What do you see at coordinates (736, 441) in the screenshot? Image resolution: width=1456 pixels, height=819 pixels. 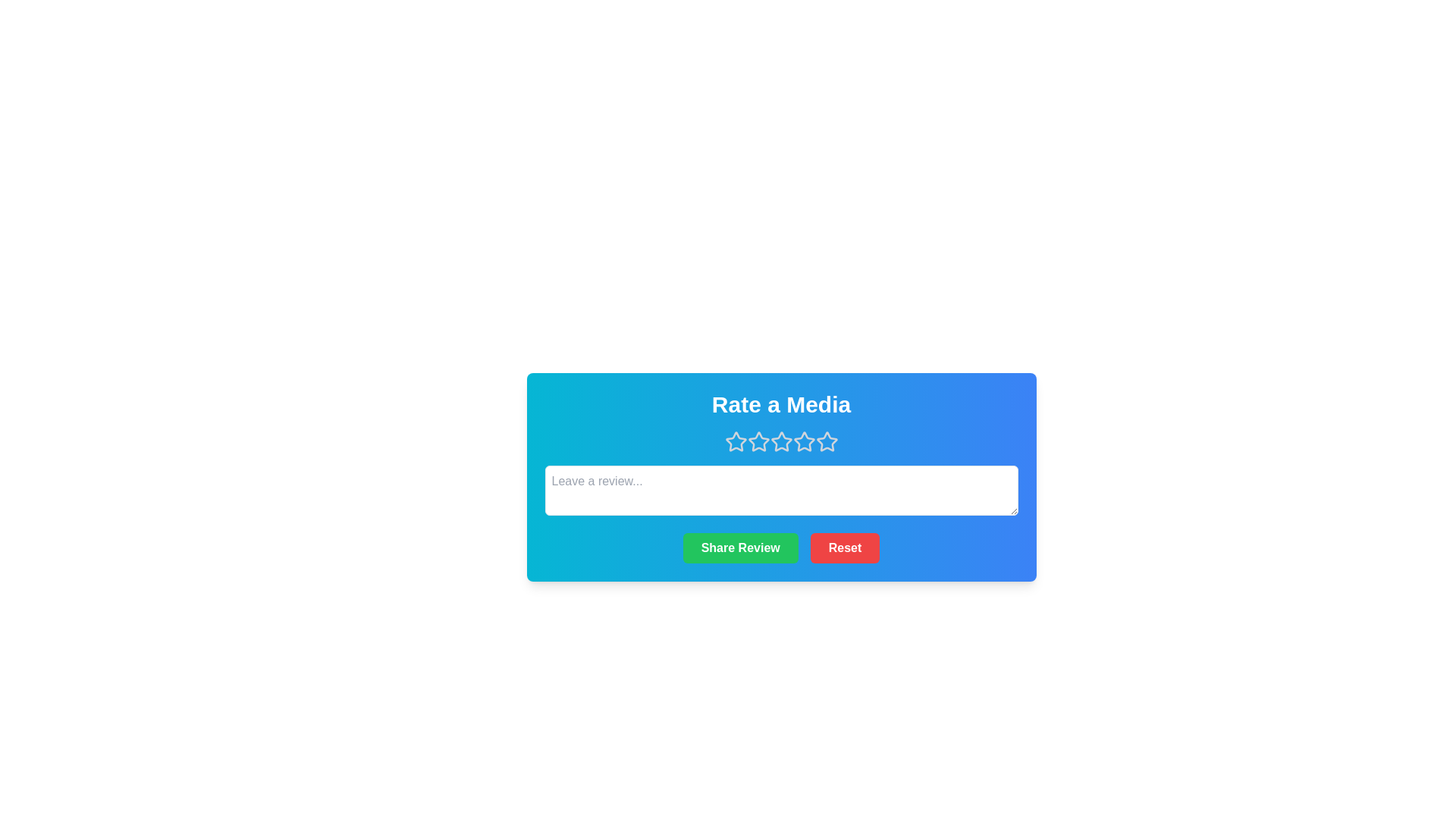 I see `the rating to 1 stars by clicking on the respective star` at bounding box center [736, 441].